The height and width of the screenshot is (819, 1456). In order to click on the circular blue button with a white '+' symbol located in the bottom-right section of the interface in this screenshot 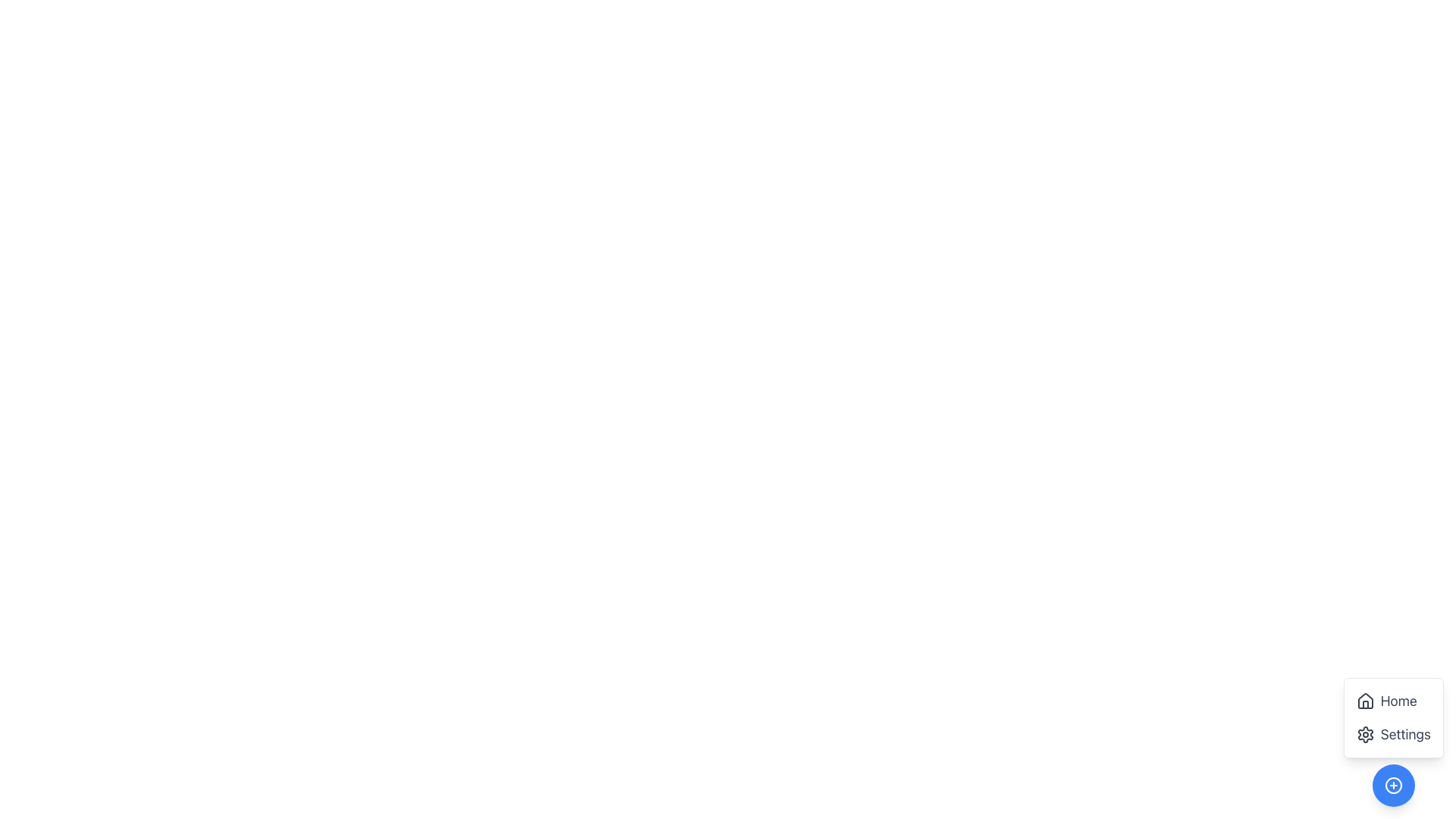, I will do `click(1393, 785)`.